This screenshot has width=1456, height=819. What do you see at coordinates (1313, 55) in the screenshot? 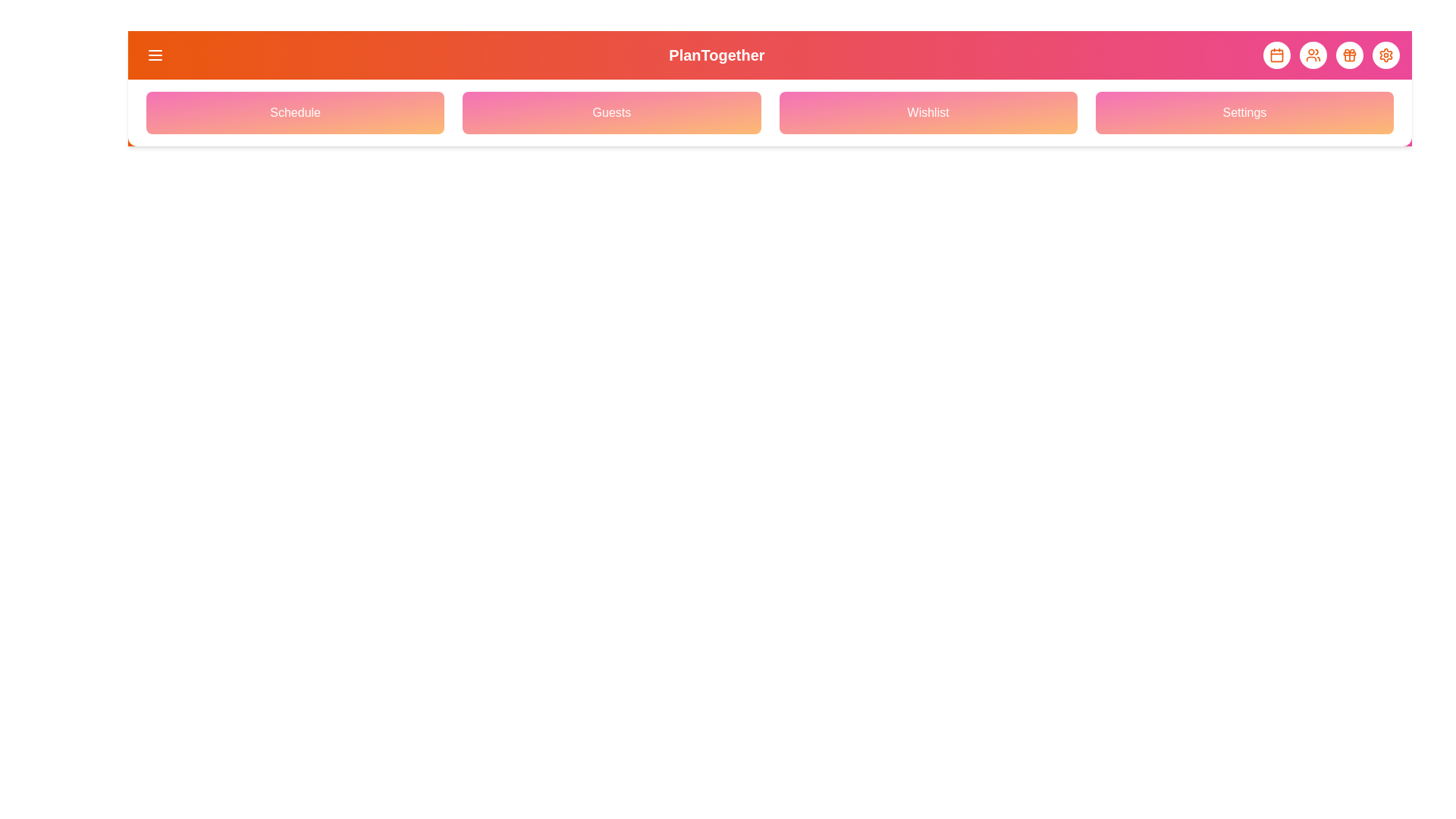
I see `the element with Users Icon to observe its hover effect` at bounding box center [1313, 55].